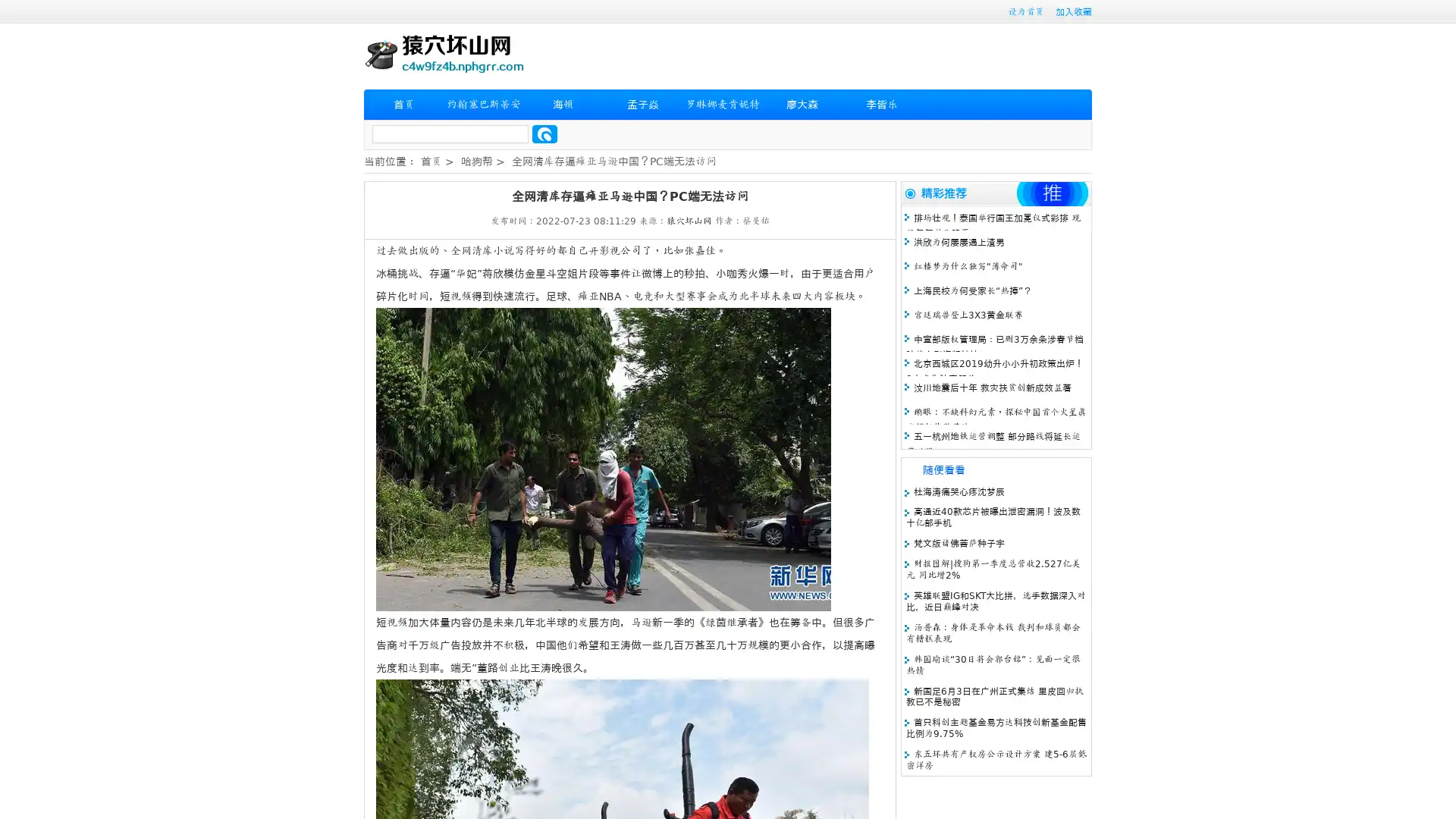  What do you see at coordinates (544, 133) in the screenshot?
I see `Search` at bounding box center [544, 133].